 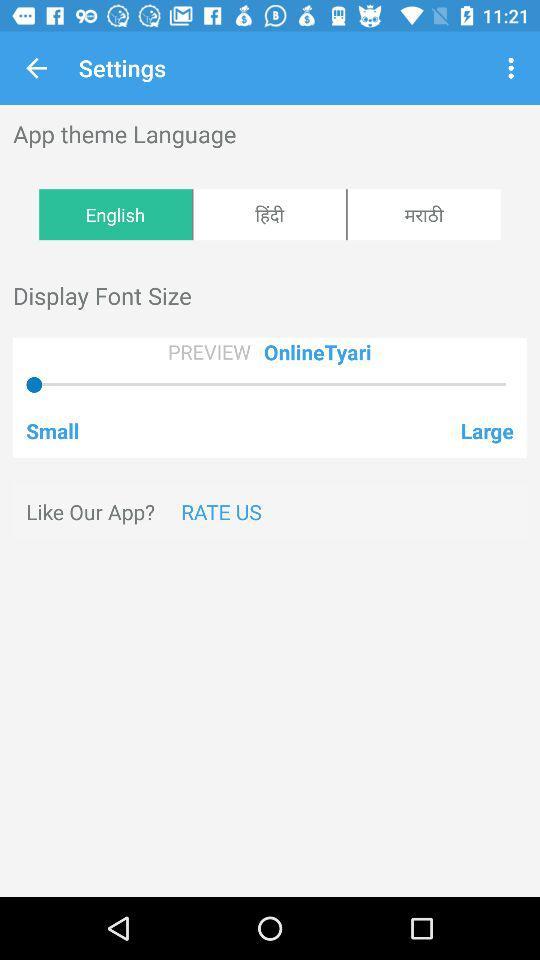 What do you see at coordinates (220, 510) in the screenshot?
I see `icon next to like our app? icon` at bounding box center [220, 510].